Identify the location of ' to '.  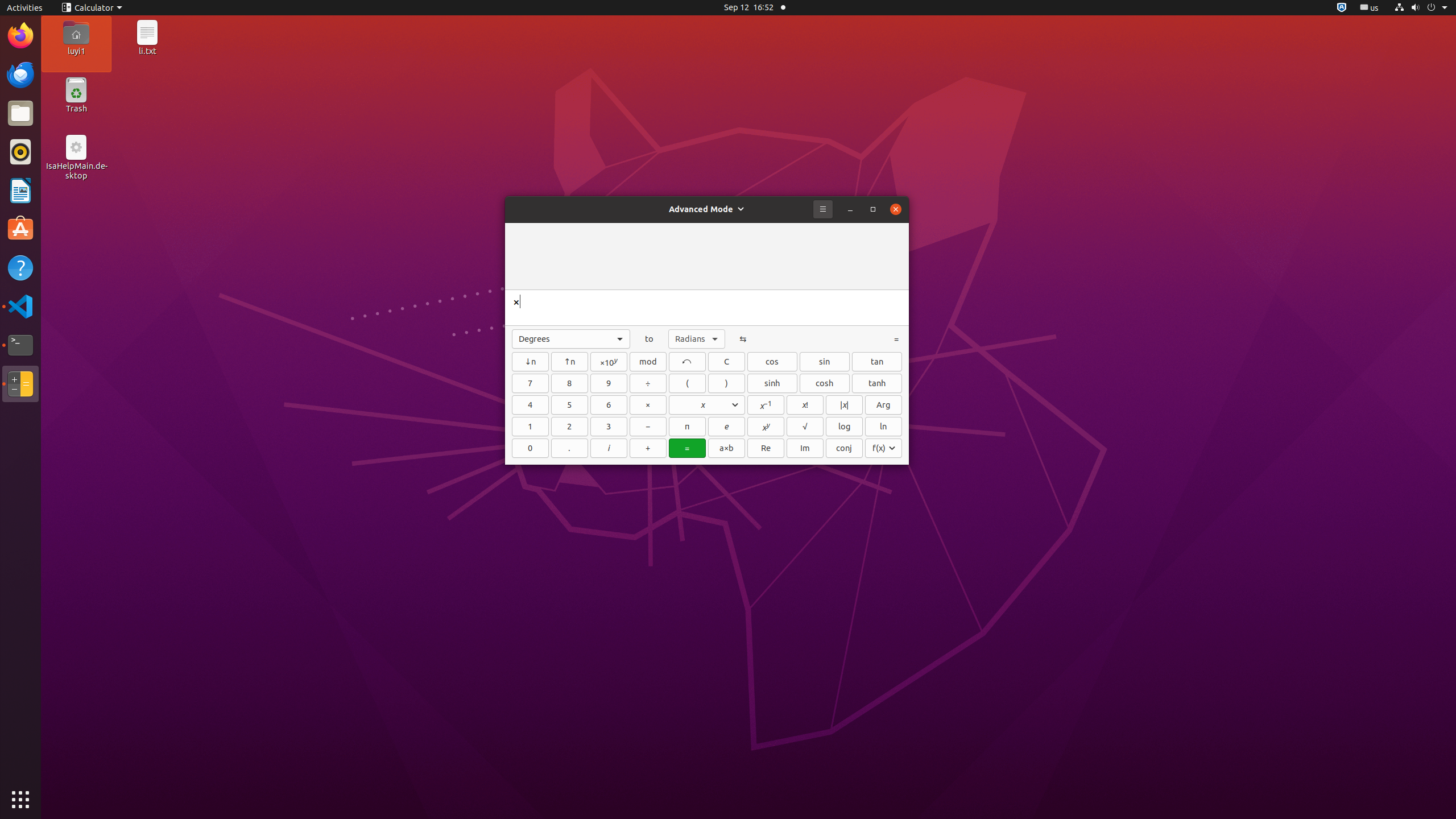
(649, 338).